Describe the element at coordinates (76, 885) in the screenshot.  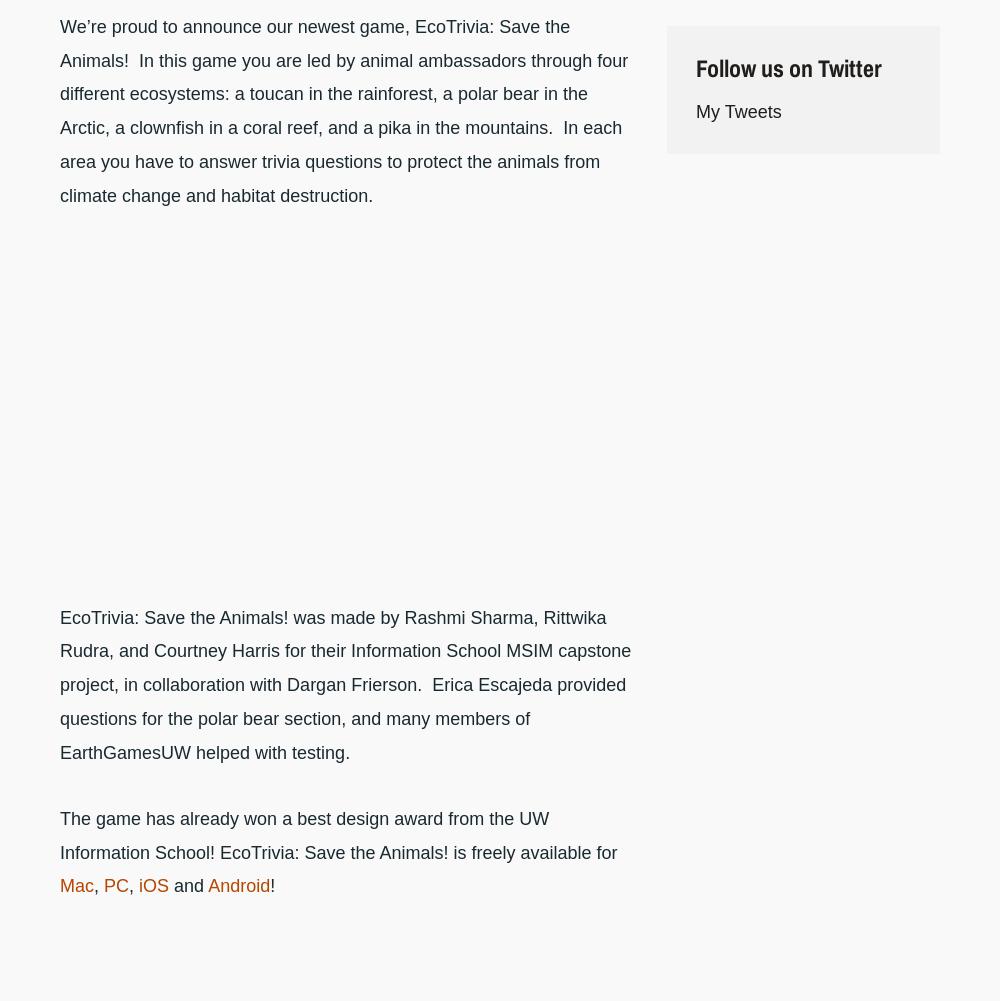
I see `'Mac'` at that location.